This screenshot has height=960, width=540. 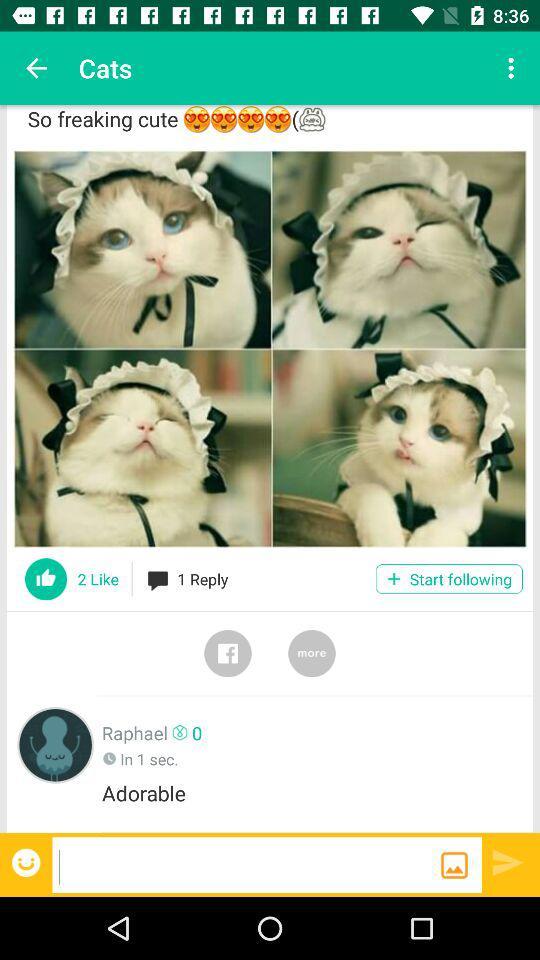 What do you see at coordinates (55, 744) in the screenshot?
I see `the item to the left of the raphael` at bounding box center [55, 744].